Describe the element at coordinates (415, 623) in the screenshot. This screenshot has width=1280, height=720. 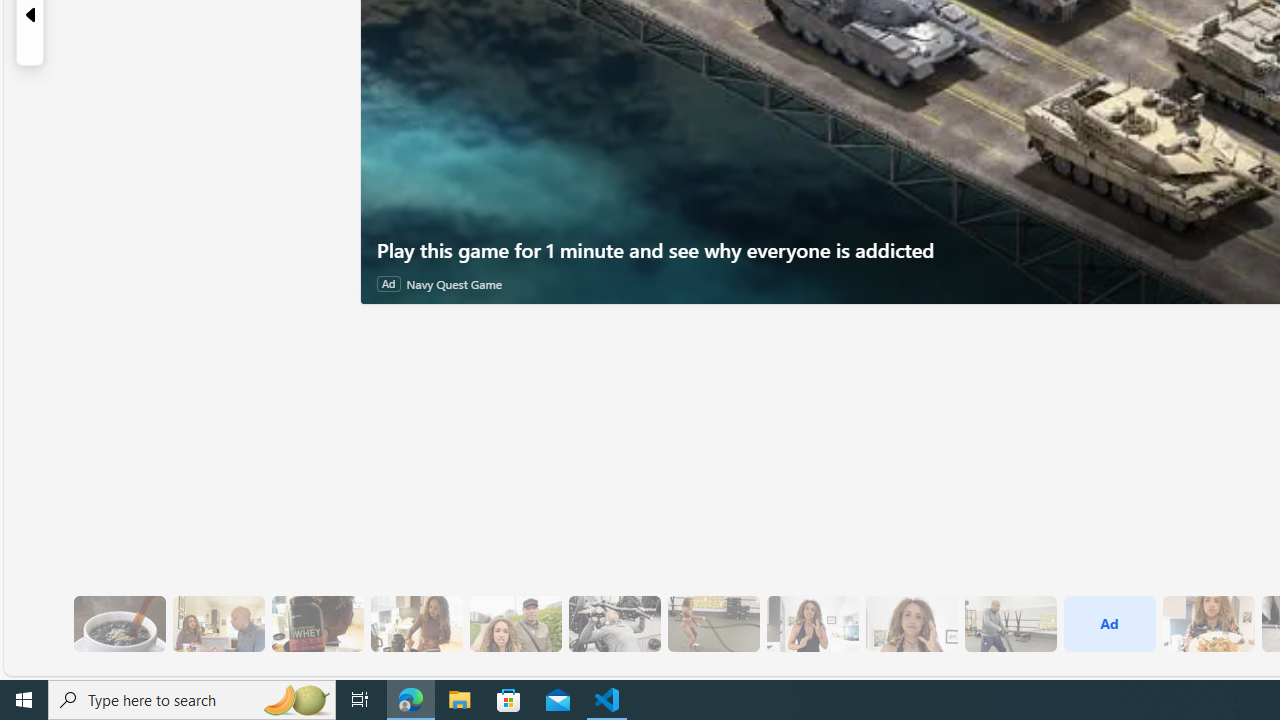
I see `'7 They Don'` at that location.